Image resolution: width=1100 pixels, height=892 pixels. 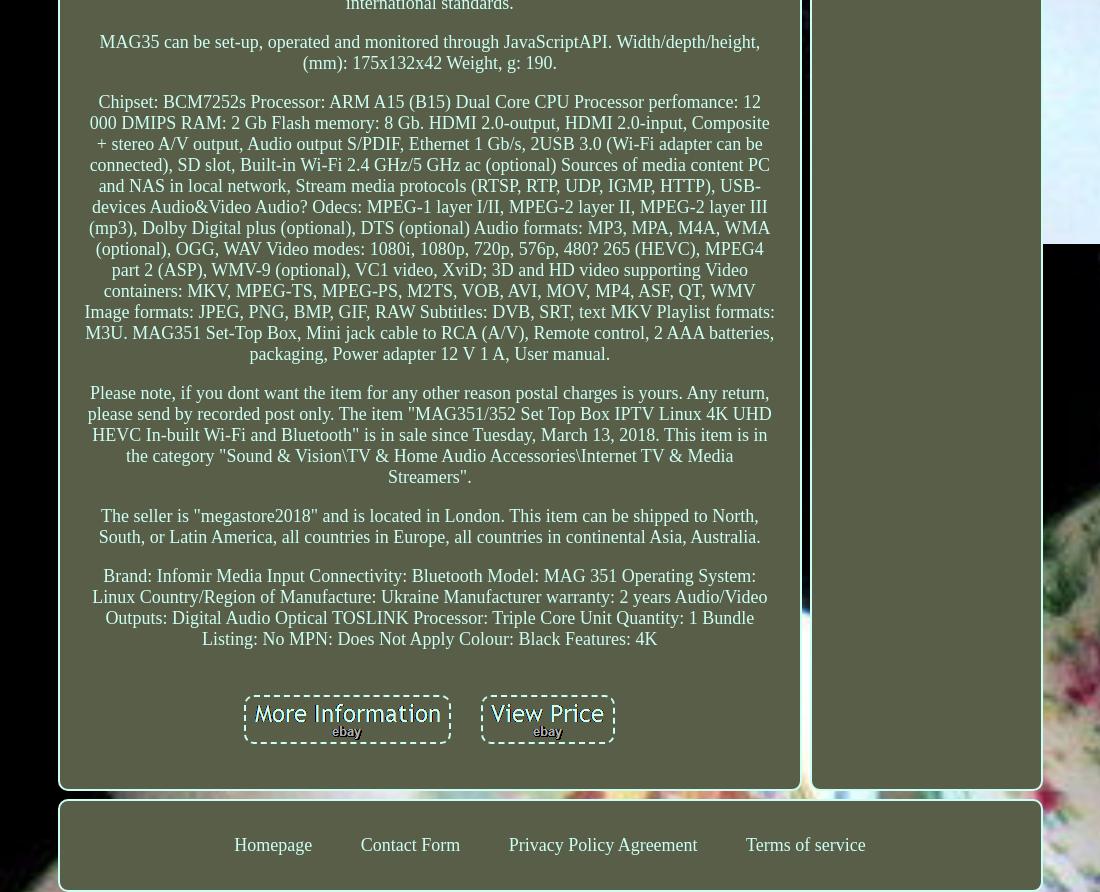 I want to click on 'Colour: Black', so click(x=509, y=638).